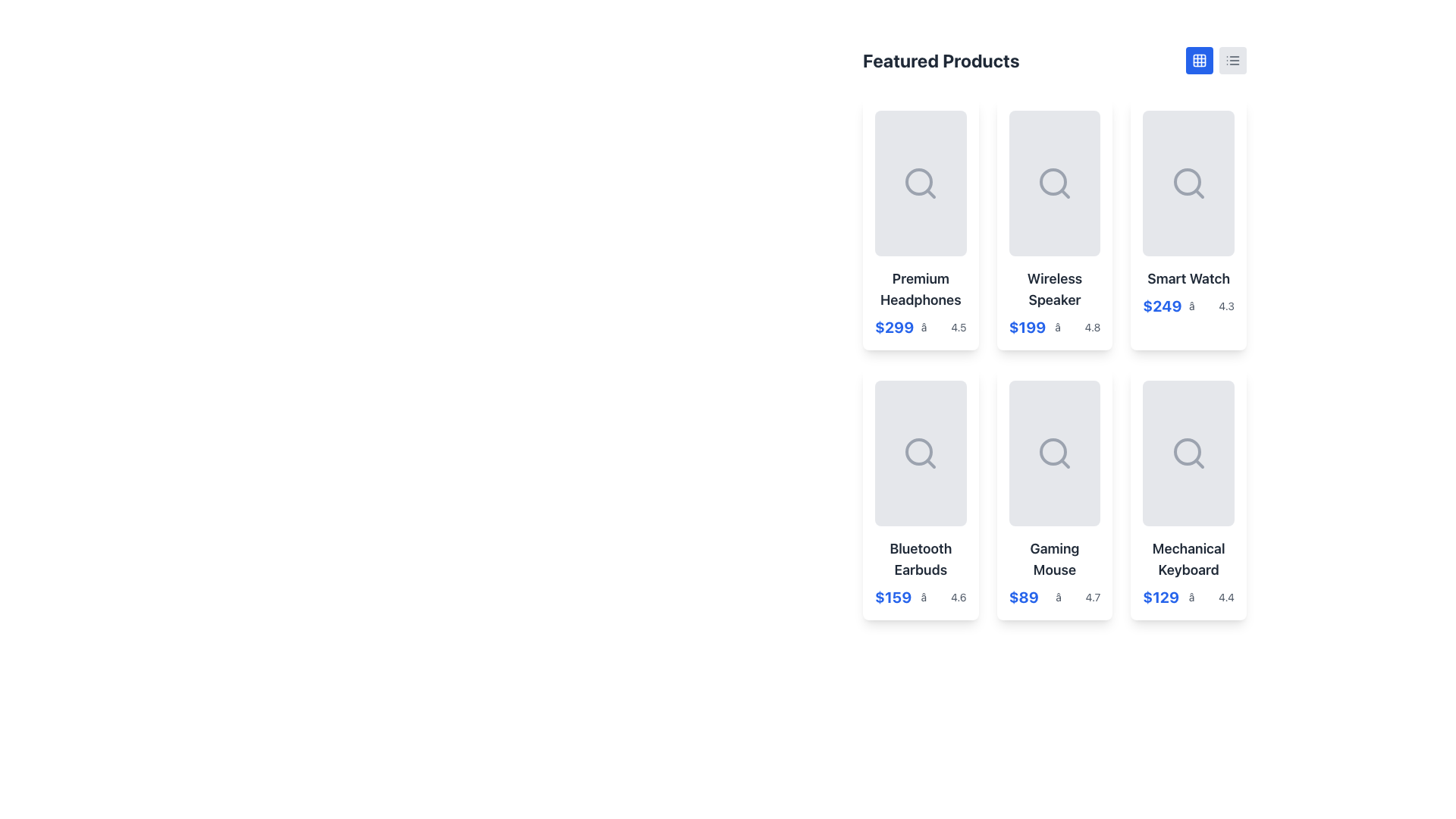 The width and height of the screenshot is (1456, 819). Describe the element at coordinates (941, 224) in the screenshot. I see `the circular button with a white background and a red heart icon` at that location.